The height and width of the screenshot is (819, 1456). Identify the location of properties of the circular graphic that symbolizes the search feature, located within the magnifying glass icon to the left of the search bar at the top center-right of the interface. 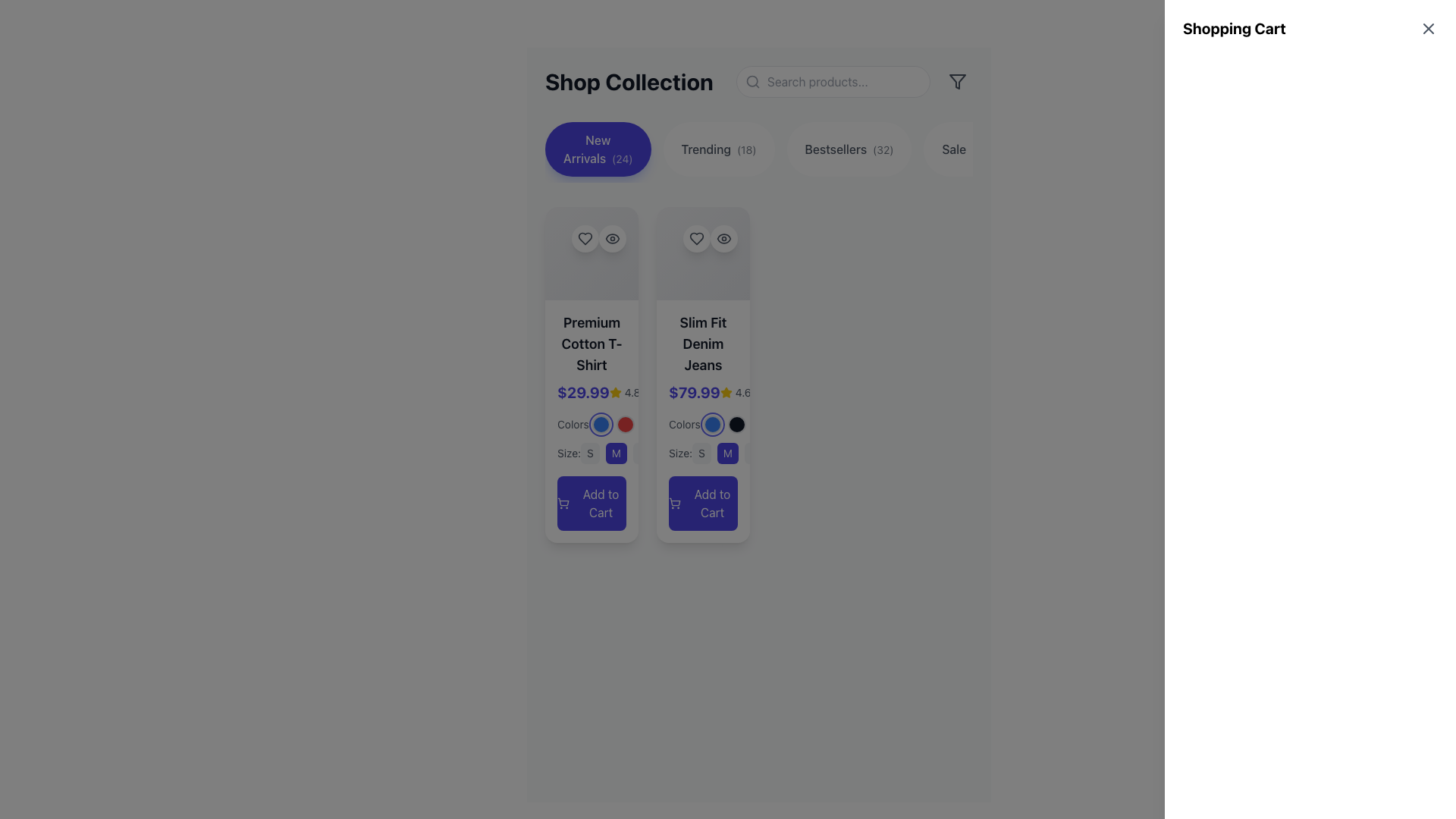
(752, 81).